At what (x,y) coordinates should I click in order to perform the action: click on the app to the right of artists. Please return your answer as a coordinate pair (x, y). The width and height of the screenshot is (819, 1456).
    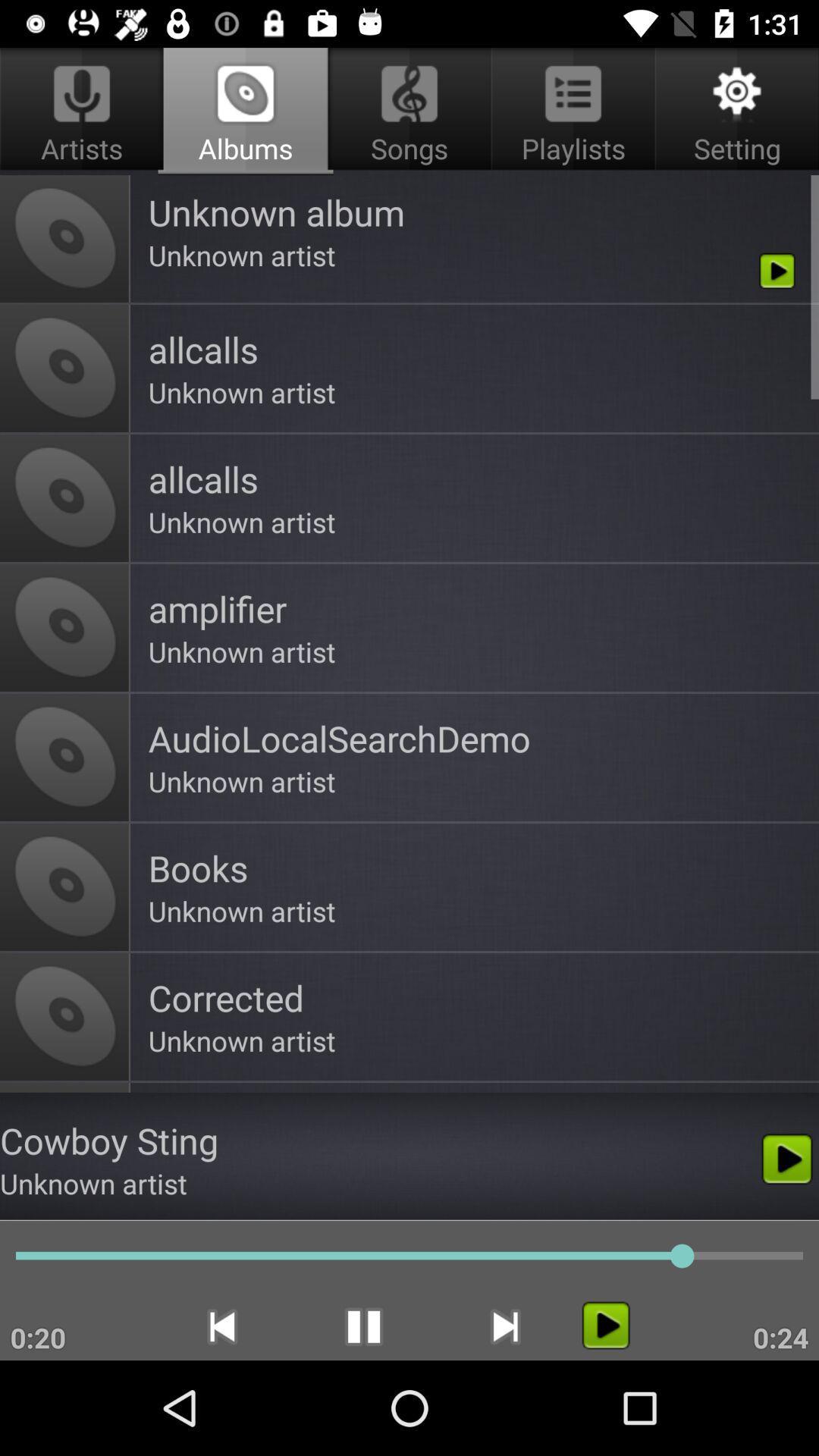
    Looking at the image, I should click on (409, 111).